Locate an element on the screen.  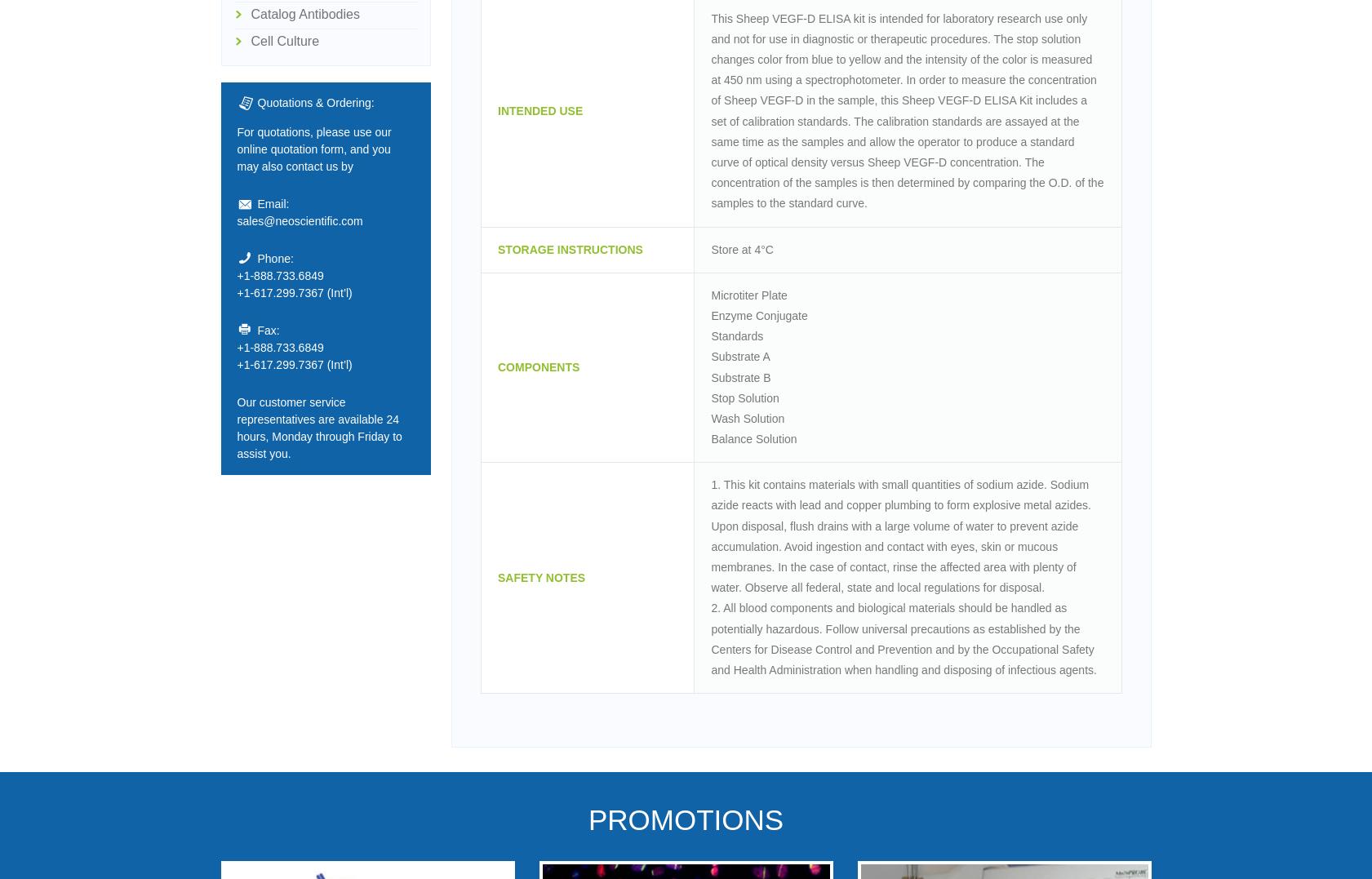
'For quotations, please use our online quotation form, and you may also contact us by' is located at coordinates (313, 148).